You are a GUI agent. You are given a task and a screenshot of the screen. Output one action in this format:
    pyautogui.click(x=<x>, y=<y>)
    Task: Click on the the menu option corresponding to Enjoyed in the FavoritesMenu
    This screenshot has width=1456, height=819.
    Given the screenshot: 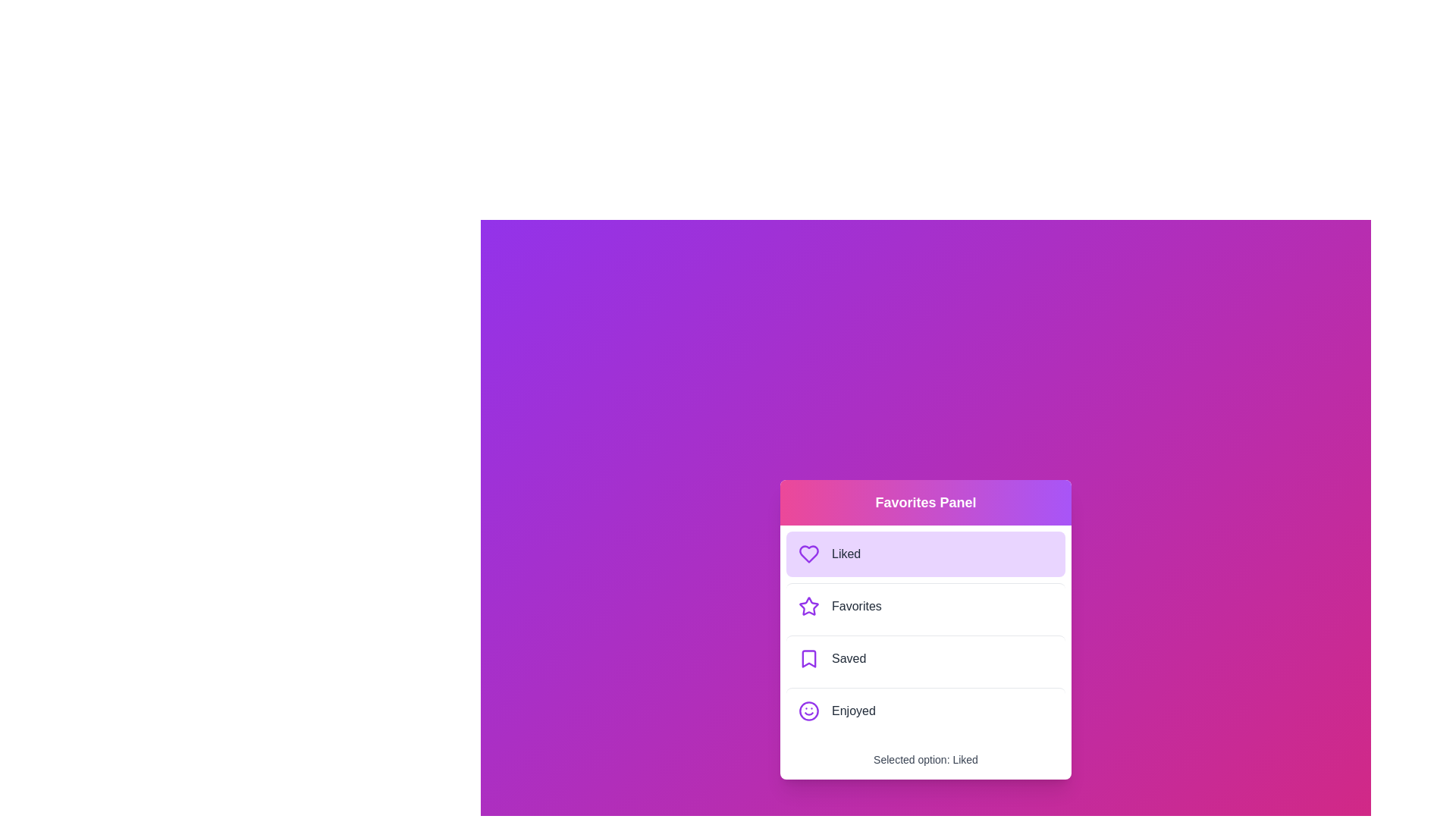 What is the action you would take?
    pyautogui.click(x=924, y=711)
    